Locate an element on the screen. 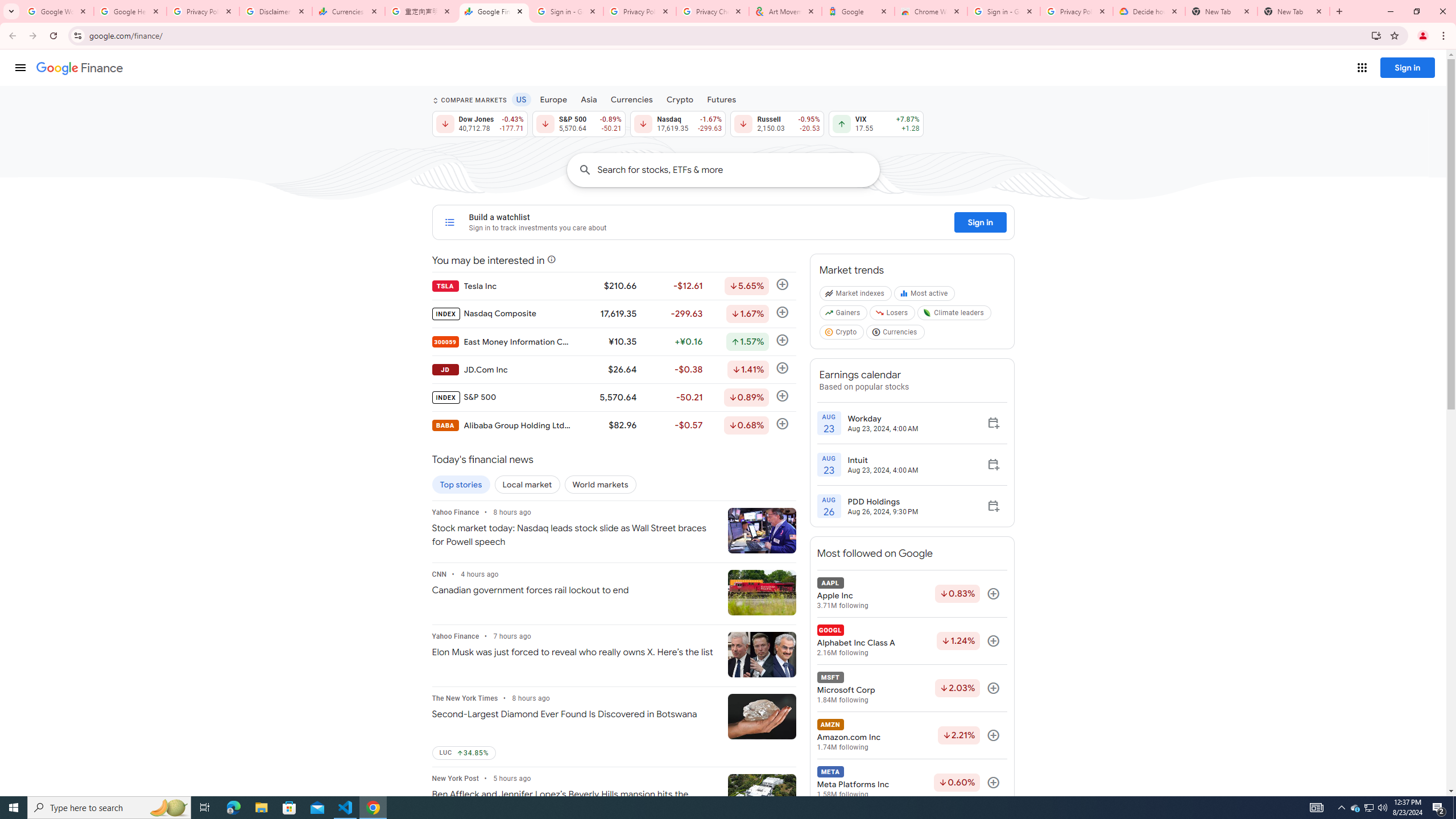 The width and height of the screenshot is (1456, 819). 'Follow' is located at coordinates (993, 783).